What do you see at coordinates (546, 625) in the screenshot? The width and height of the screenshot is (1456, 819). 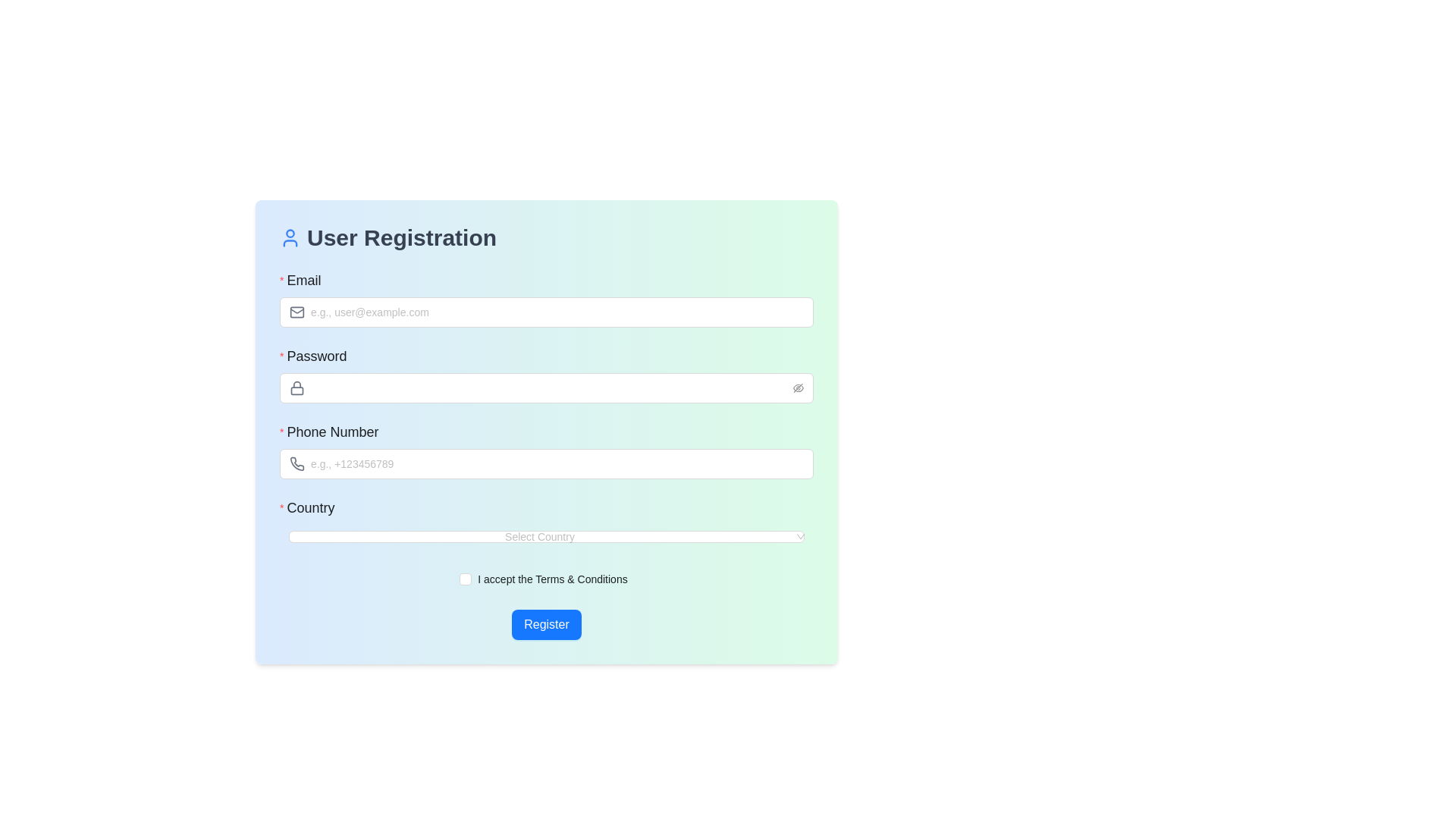 I see `label text displayed on the central text of the blue rectangular button labeled 'Register' located at the bottom center of the user registration form` at bounding box center [546, 625].